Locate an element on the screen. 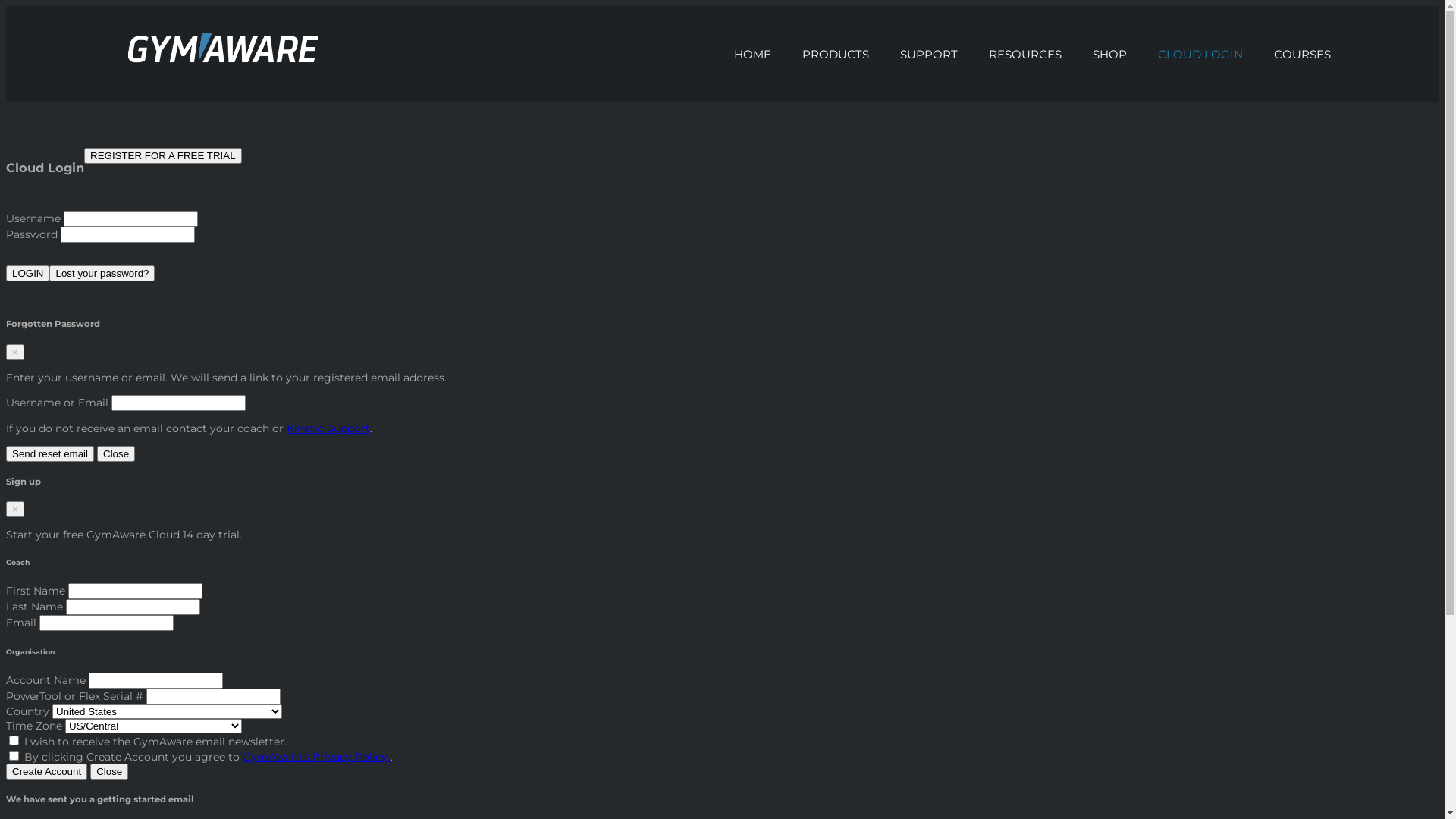 The height and width of the screenshot is (819, 1456). 'PRODUCTS' is located at coordinates (835, 53).